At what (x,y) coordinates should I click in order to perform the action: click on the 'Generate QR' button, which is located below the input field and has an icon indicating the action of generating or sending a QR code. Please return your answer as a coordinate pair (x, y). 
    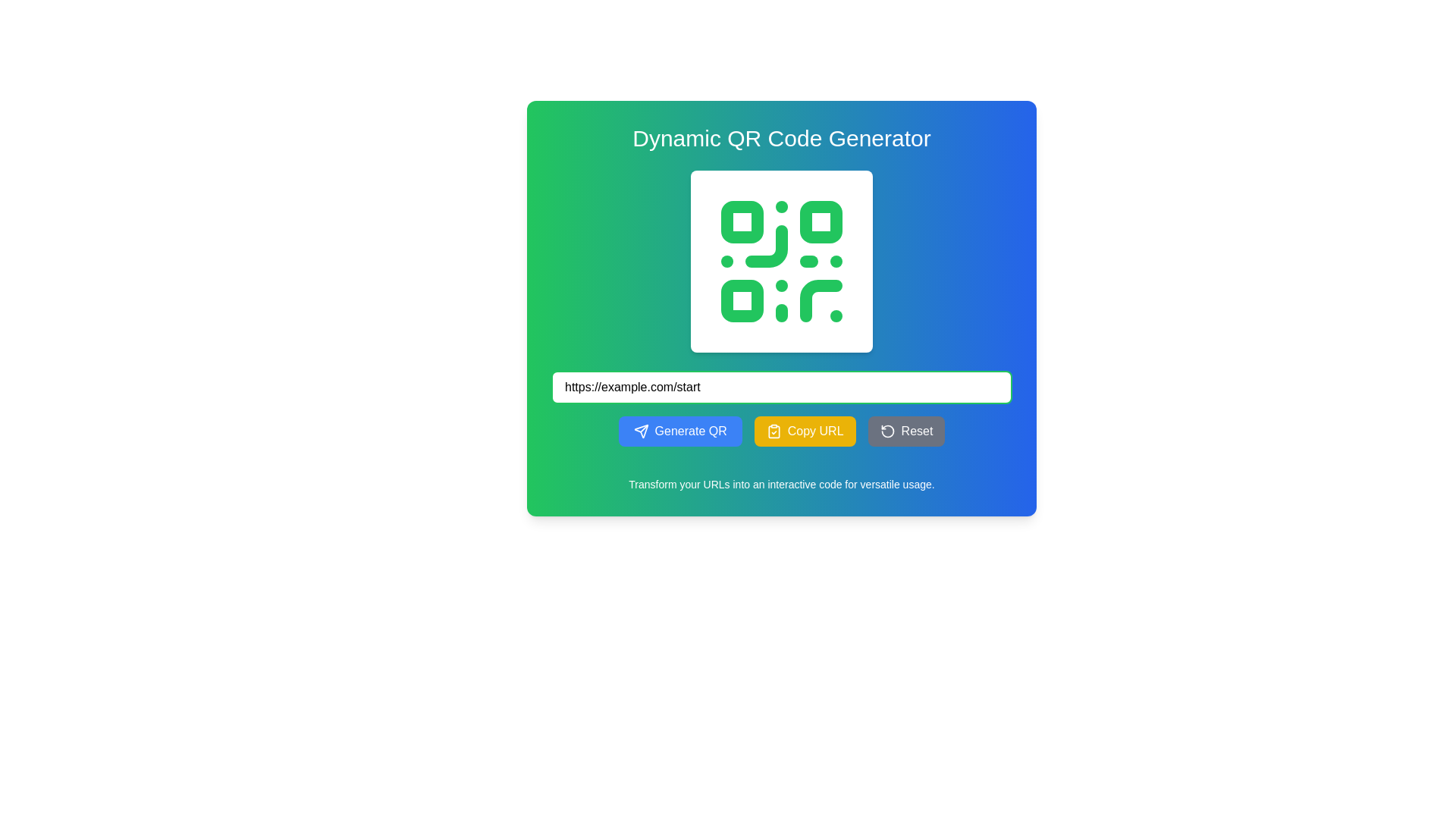
    Looking at the image, I should click on (641, 431).